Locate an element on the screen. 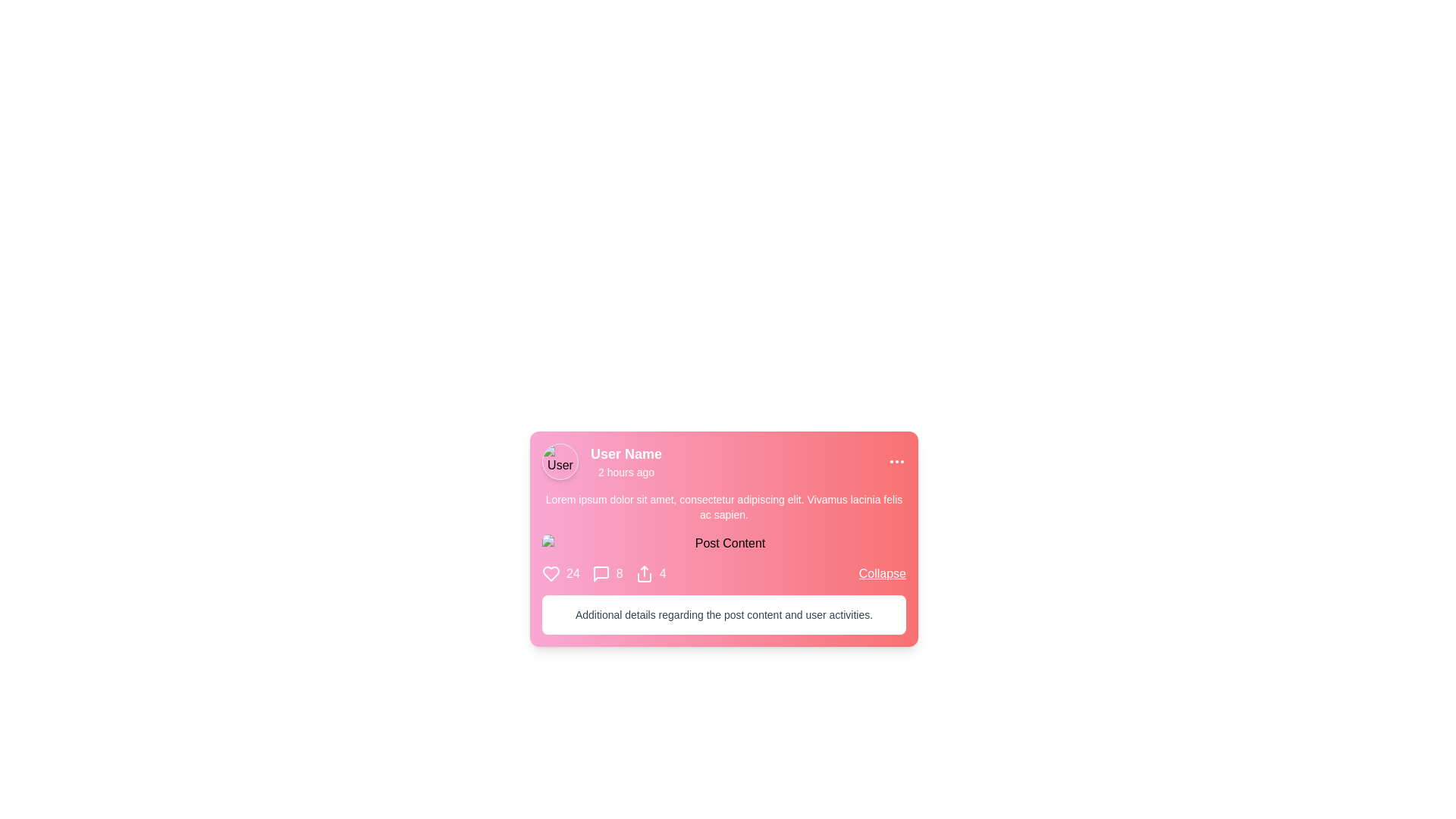  numeric text display showing the number '24' located in the post metrics section, positioned to the right of a heart-shaped icon is located at coordinates (572, 573).